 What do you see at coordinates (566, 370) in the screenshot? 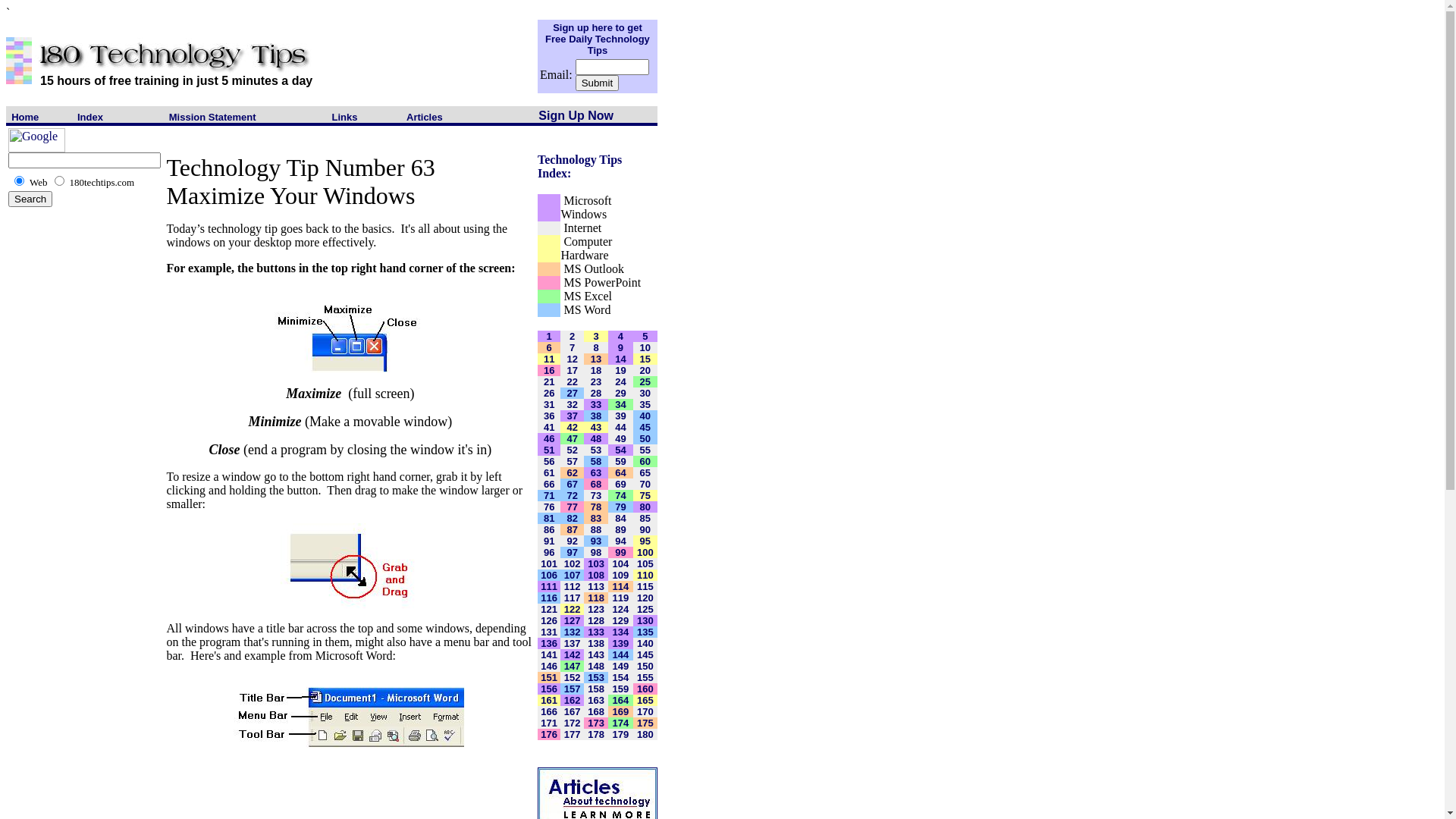
I see `'17'` at bounding box center [566, 370].